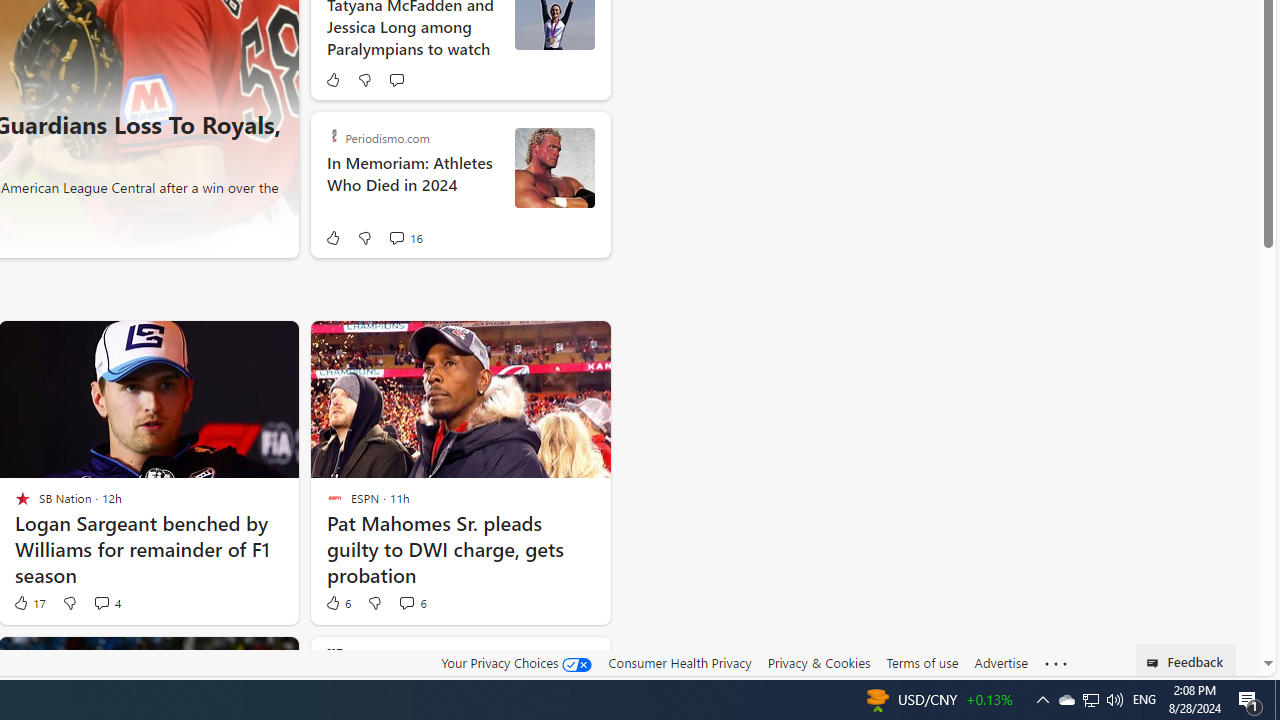 The image size is (1280, 720). I want to click on 'View comments 6 Comment', so click(405, 601).